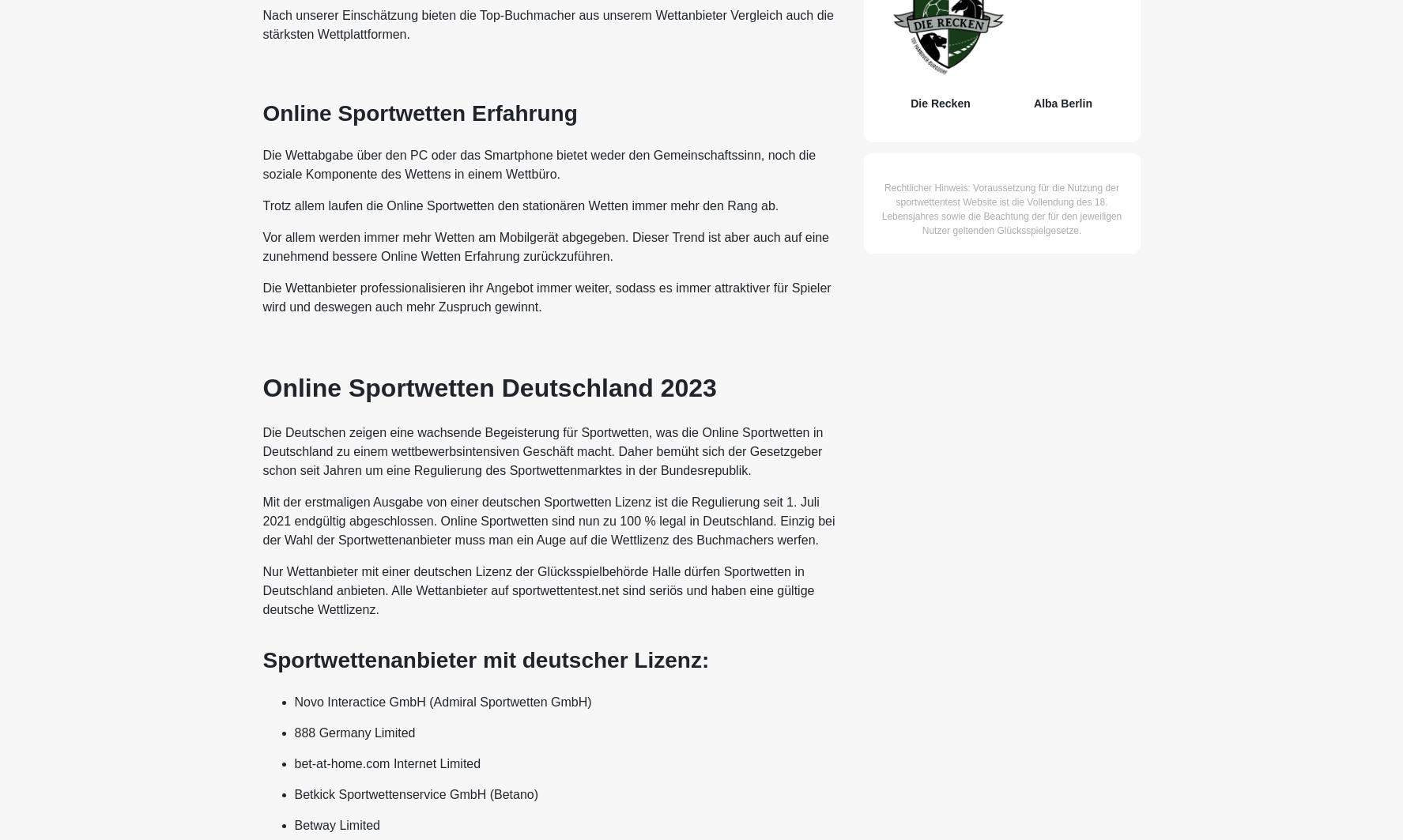 The image size is (1403, 840). Describe the element at coordinates (545, 297) in the screenshot. I see `'Die Wettanbieter professionalisieren ihr Angebot immer weiter, sodass es immer attraktiver für Spieler wird und deswegen auch mehr Zuspruch gewinnt.'` at that location.